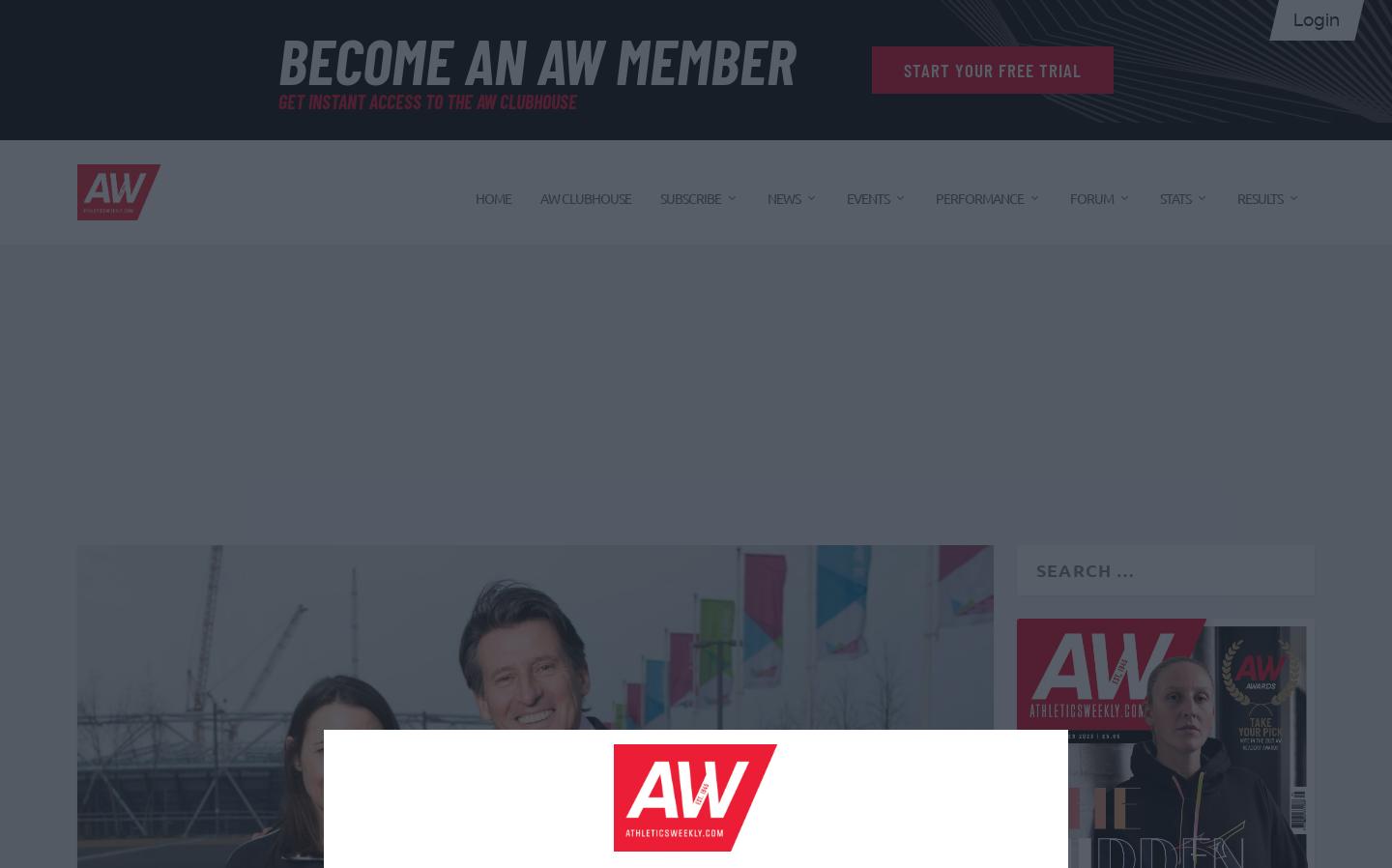 The height and width of the screenshot is (868, 1392). Describe the element at coordinates (807, 589) in the screenshot. I see `'Exclusive'` at that location.